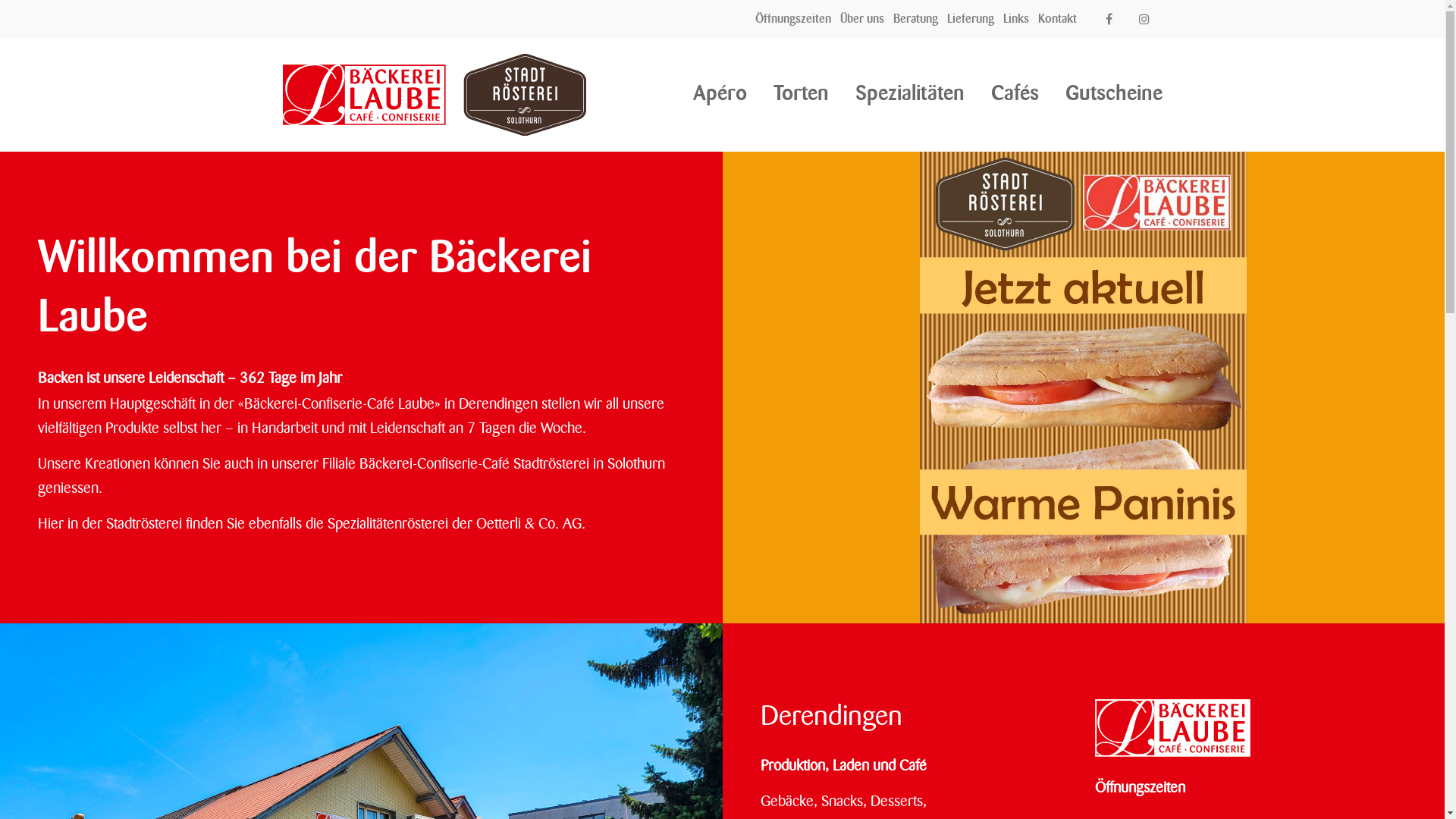 This screenshot has width=1456, height=819. Describe the element at coordinates (971, 18) in the screenshot. I see `'Lieferung'` at that location.